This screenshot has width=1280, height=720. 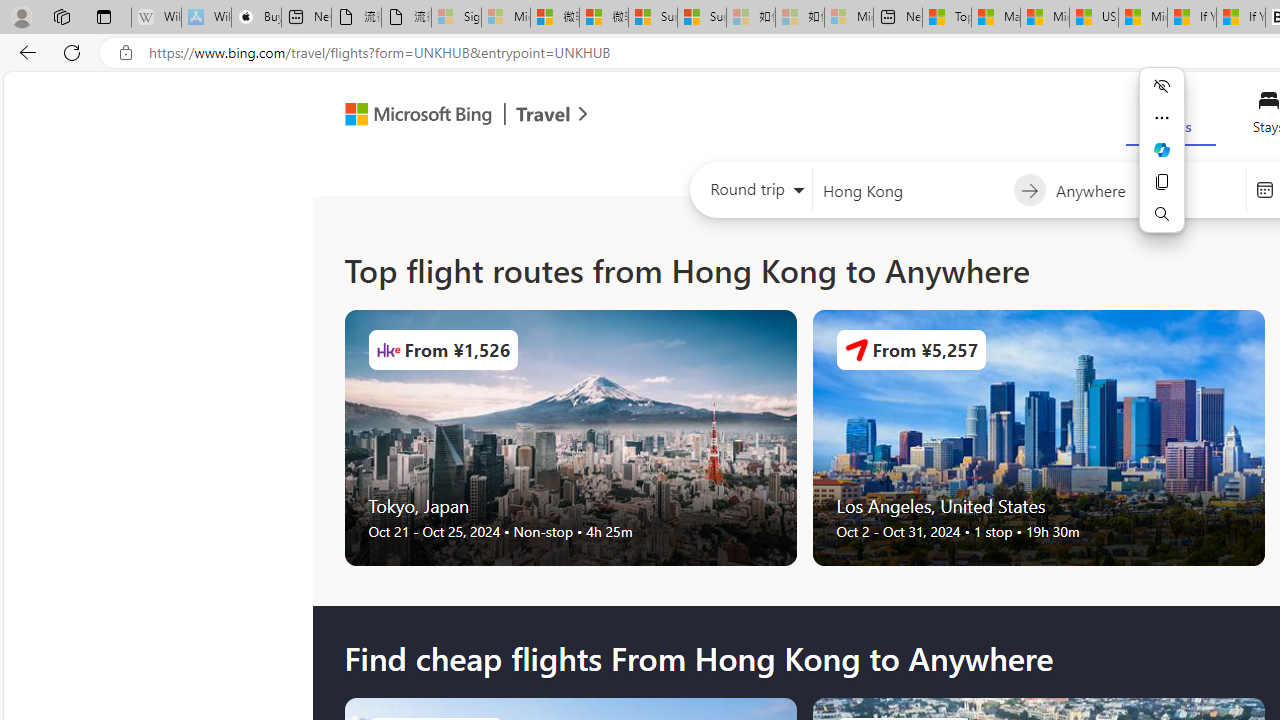 What do you see at coordinates (1162, 149) in the screenshot?
I see `'Ask Copilot'` at bounding box center [1162, 149].